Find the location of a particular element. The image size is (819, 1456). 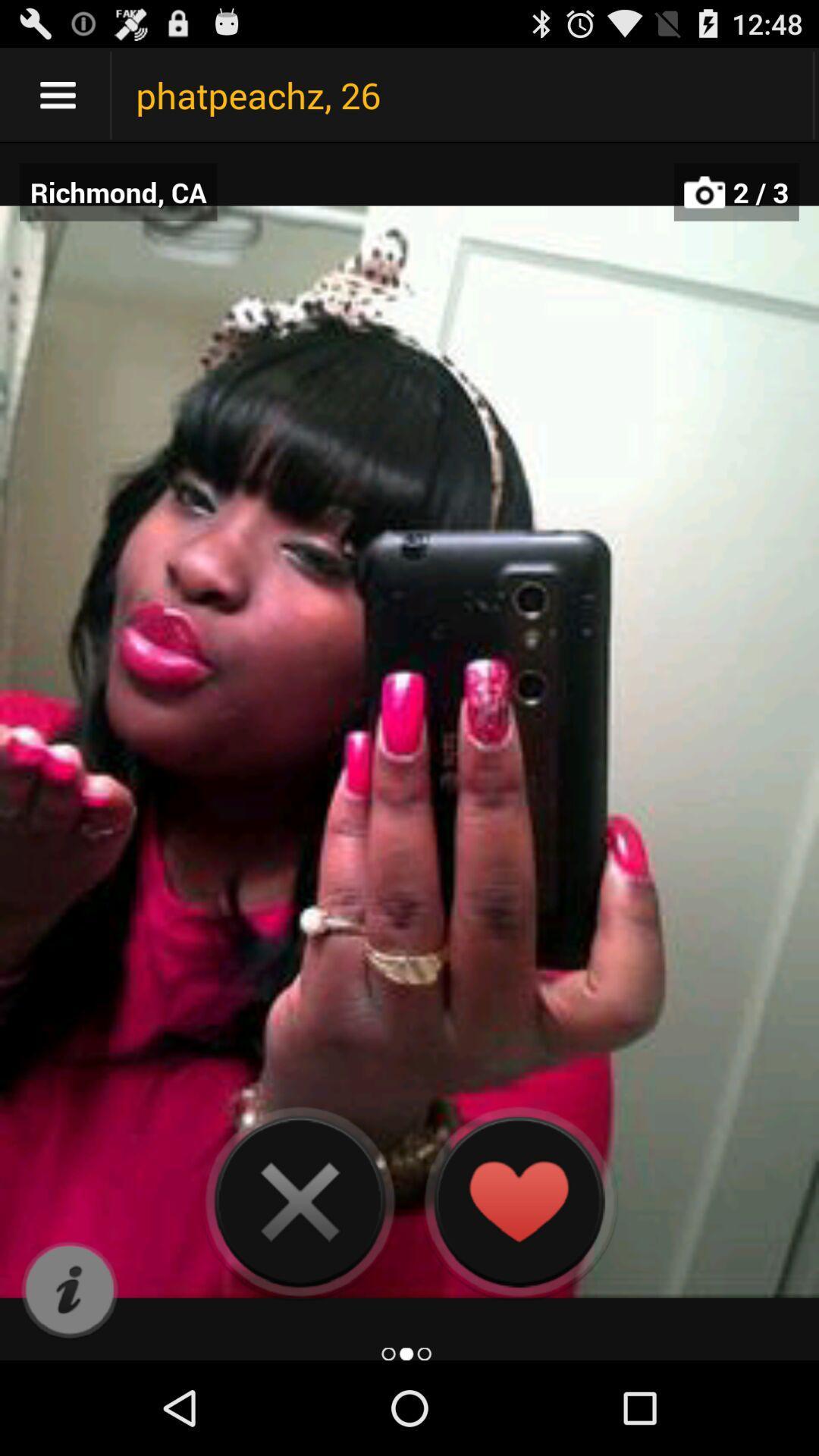

the icon at the bottom left corner is located at coordinates (69, 1290).